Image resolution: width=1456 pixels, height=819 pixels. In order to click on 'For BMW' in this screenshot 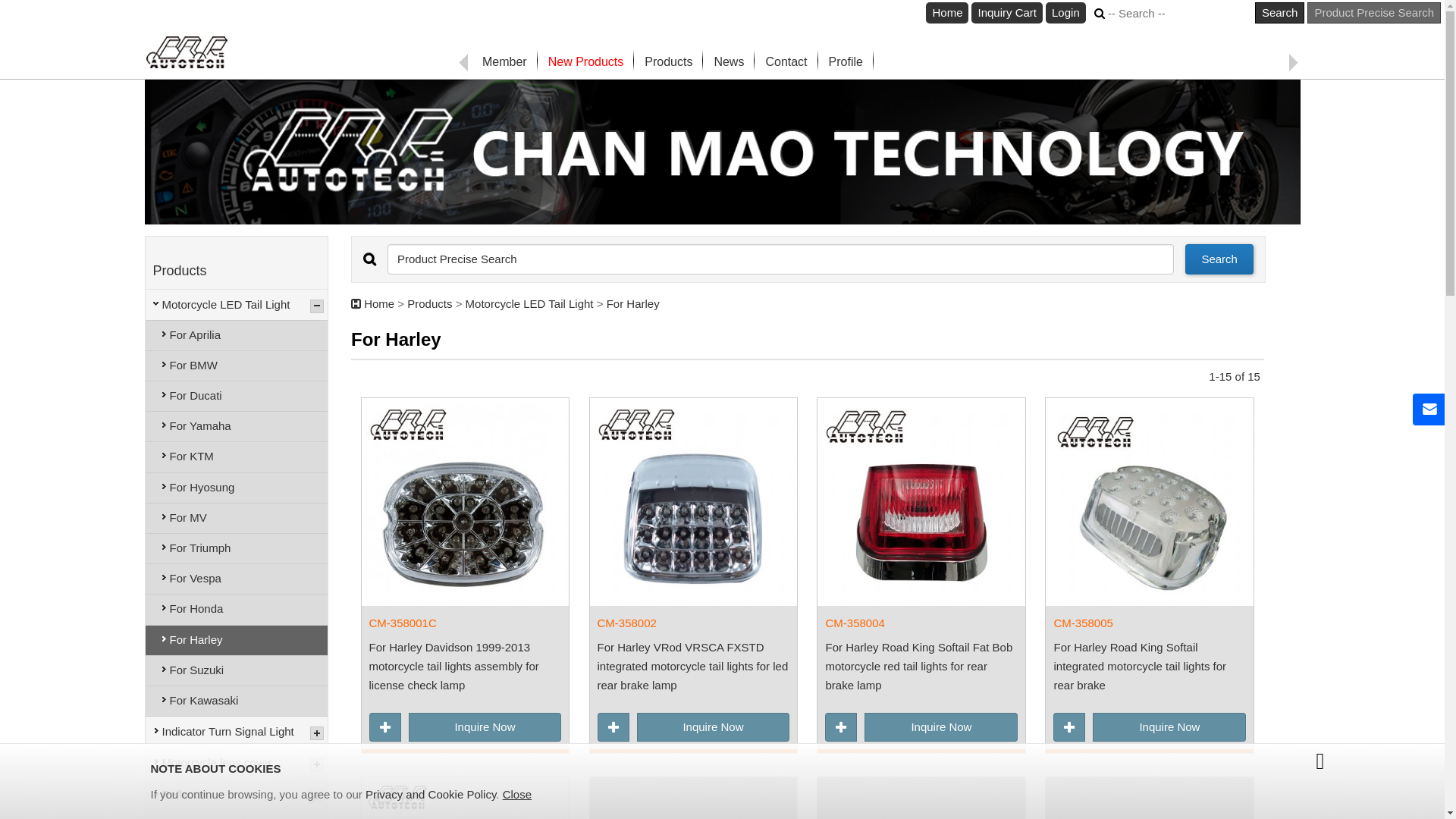, I will do `click(236, 366)`.